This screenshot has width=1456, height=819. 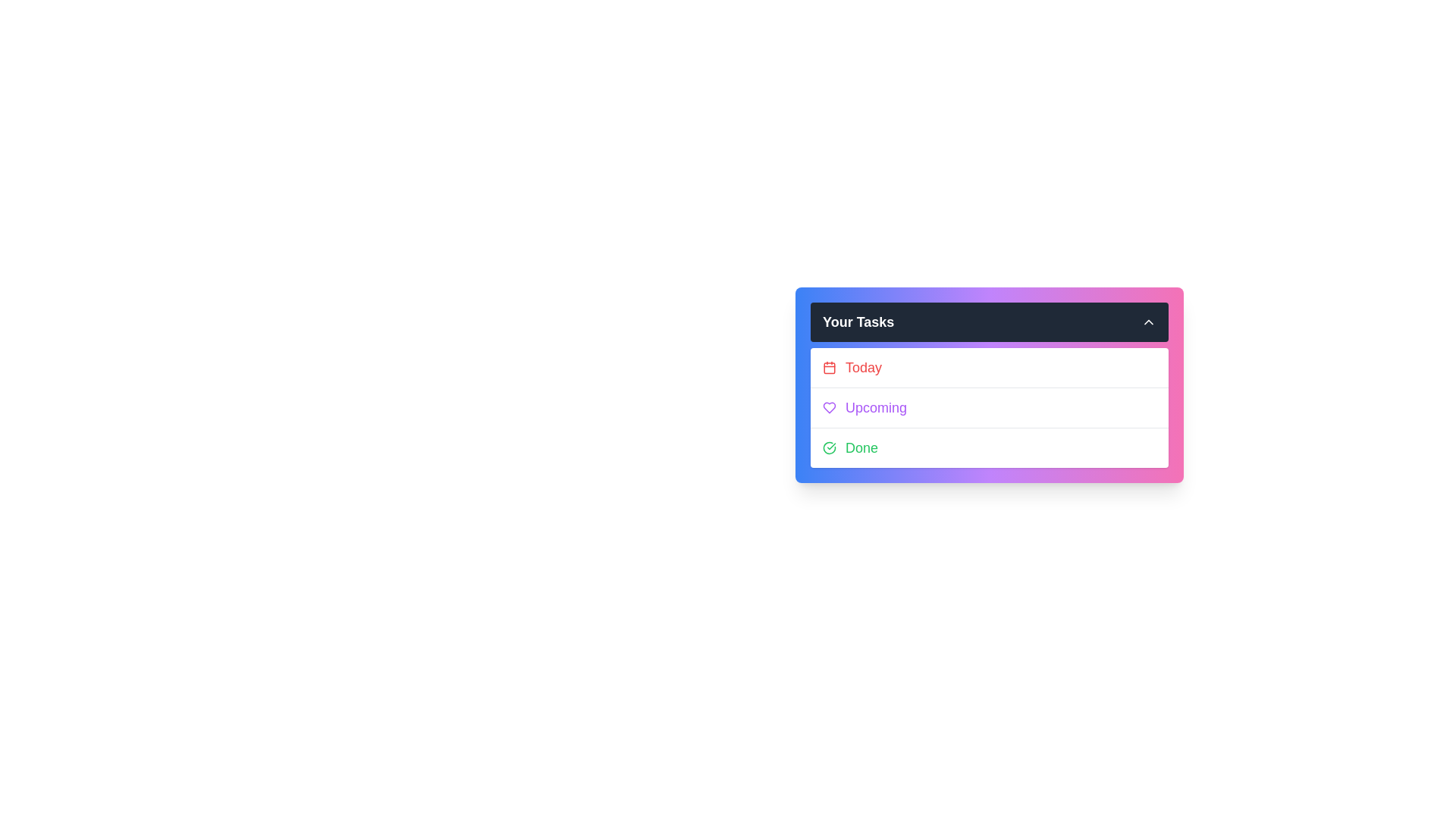 I want to click on toggle button to collapse the menu, so click(x=1149, y=321).